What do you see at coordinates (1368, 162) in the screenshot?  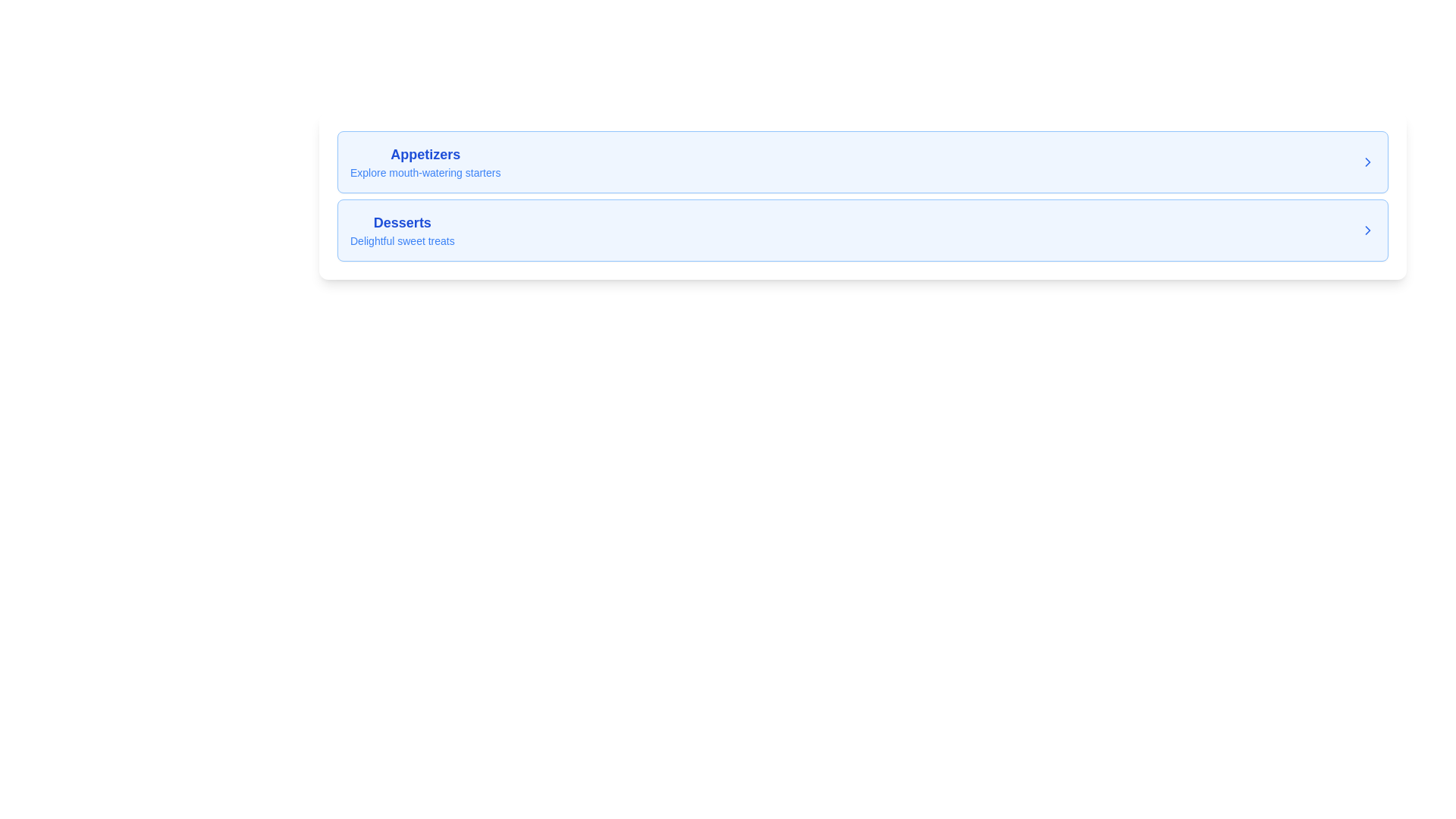 I see `the blue chevron arrow icon located in the top entry of the list that aligns with the 'Appetizers' label` at bounding box center [1368, 162].